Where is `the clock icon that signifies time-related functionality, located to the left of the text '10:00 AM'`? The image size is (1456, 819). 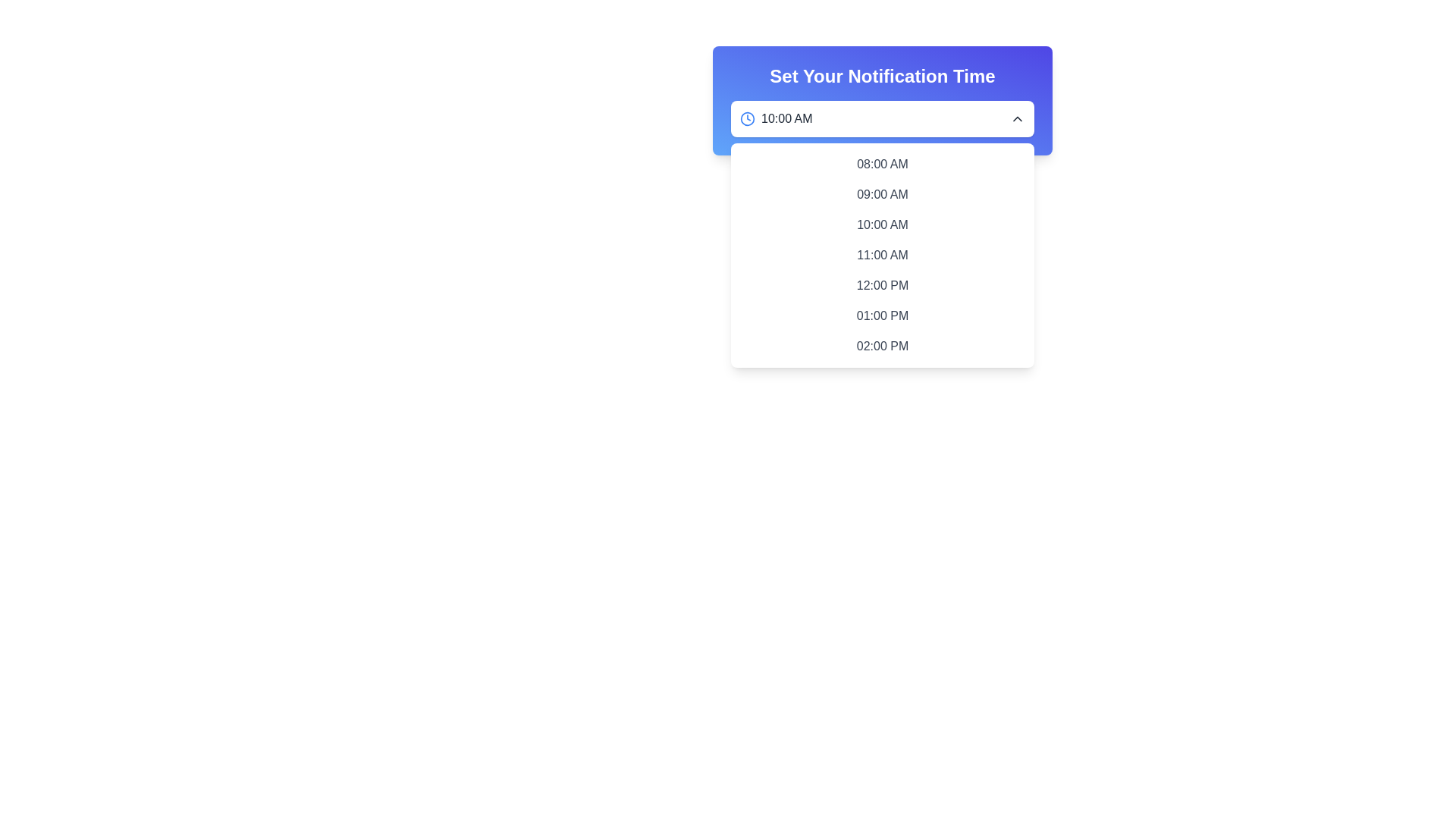
the clock icon that signifies time-related functionality, located to the left of the text '10:00 AM' is located at coordinates (747, 118).